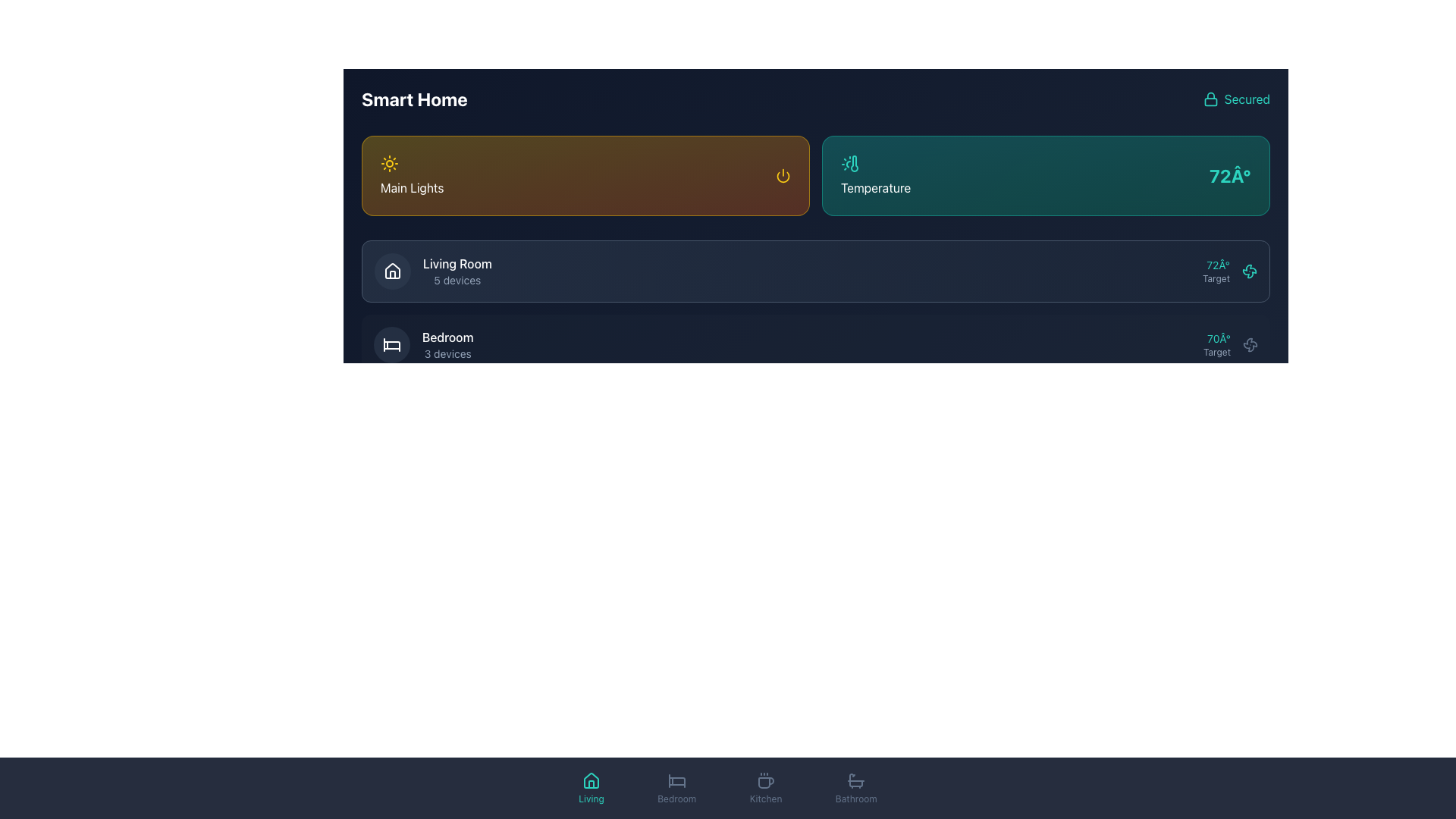 The width and height of the screenshot is (1456, 819). What do you see at coordinates (1217, 345) in the screenshot?
I see `the text label indicating the target temperature for the 'Bedroom' settings located in the lower-right corner of the widget` at bounding box center [1217, 345].